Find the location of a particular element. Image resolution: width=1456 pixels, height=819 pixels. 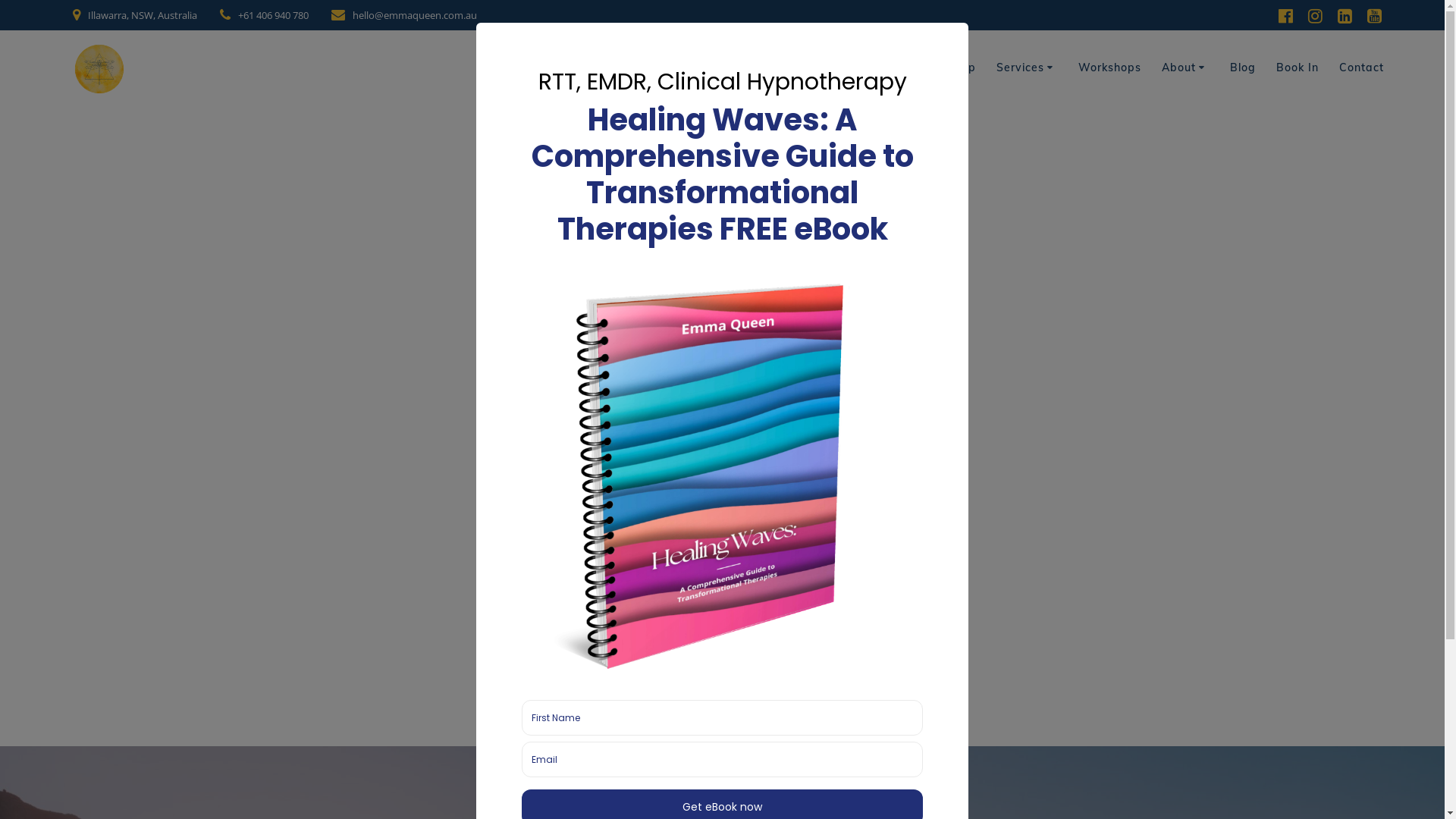

'Blog' is located at coordinates (1242, 68).